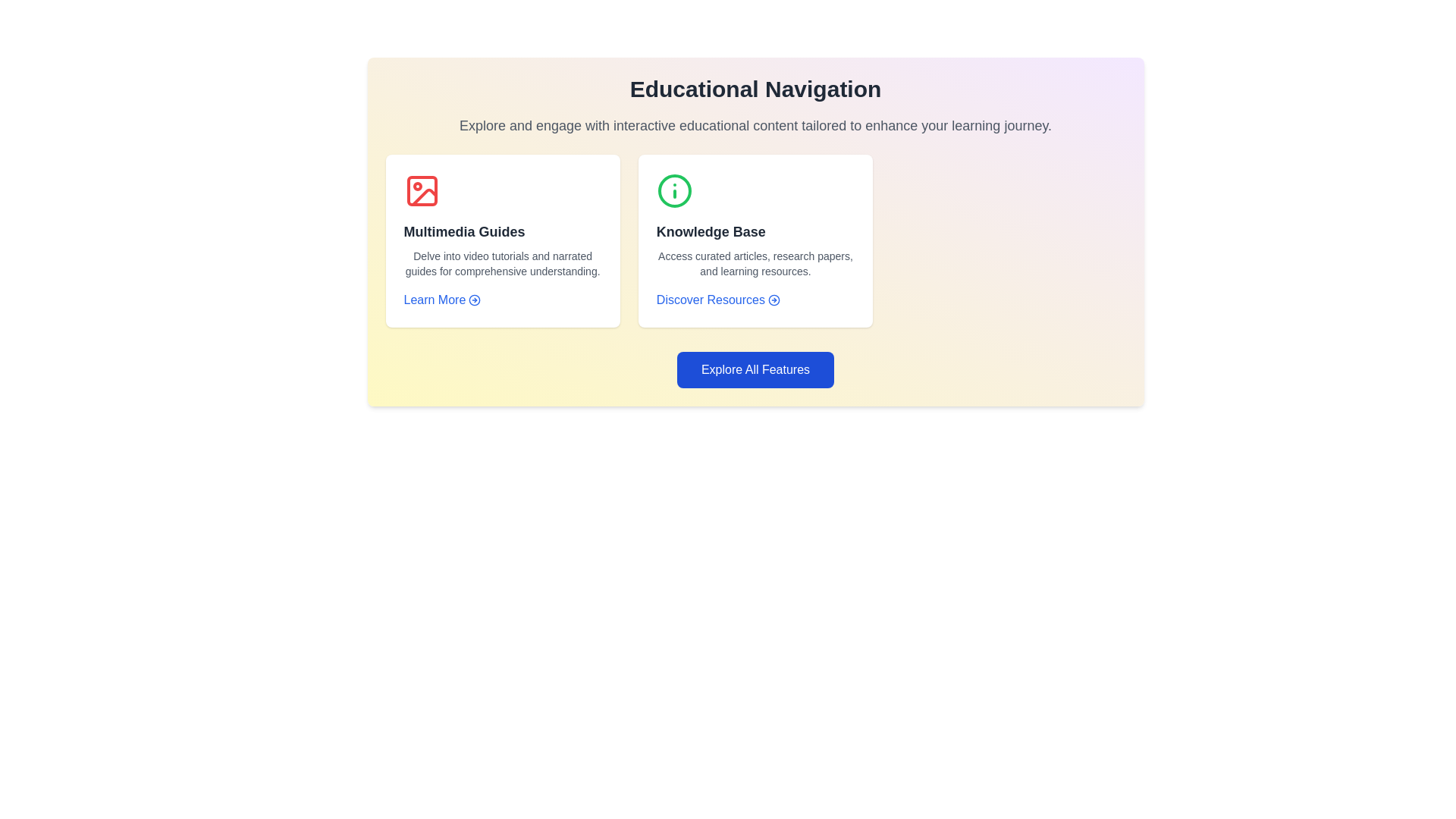 Image resolution: width=1456 pixels, height=819 pixels. I want to click on the Text label that serves as the title for its associated card, located at the center of the card below a circular green icon, so click(710, 231).